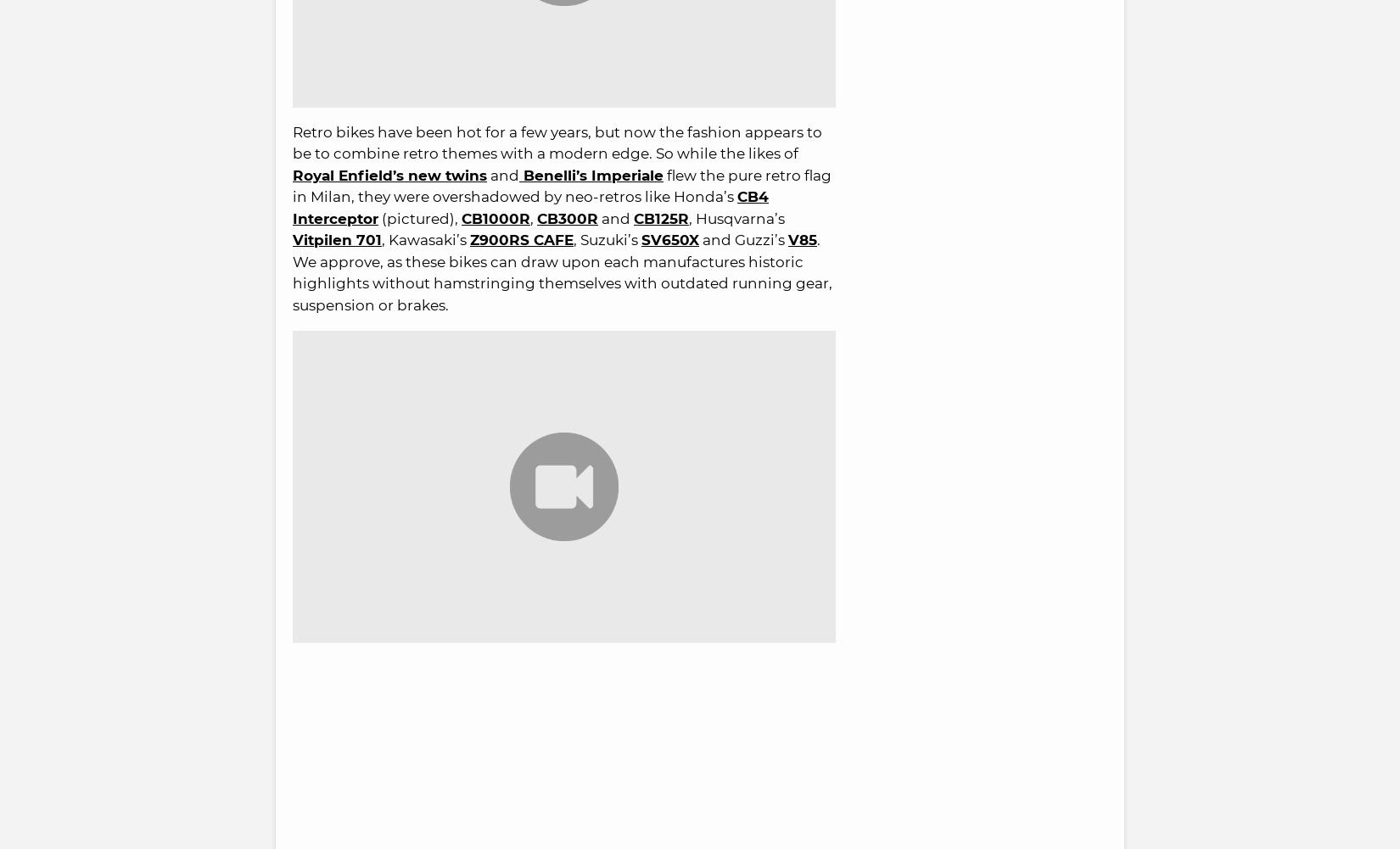 The height and width of the screenshot is (849, 1400). What do you see at coordinates (669, 238) in the screenshot?
I see `'SV650X'` at bounding box center [669, 238].